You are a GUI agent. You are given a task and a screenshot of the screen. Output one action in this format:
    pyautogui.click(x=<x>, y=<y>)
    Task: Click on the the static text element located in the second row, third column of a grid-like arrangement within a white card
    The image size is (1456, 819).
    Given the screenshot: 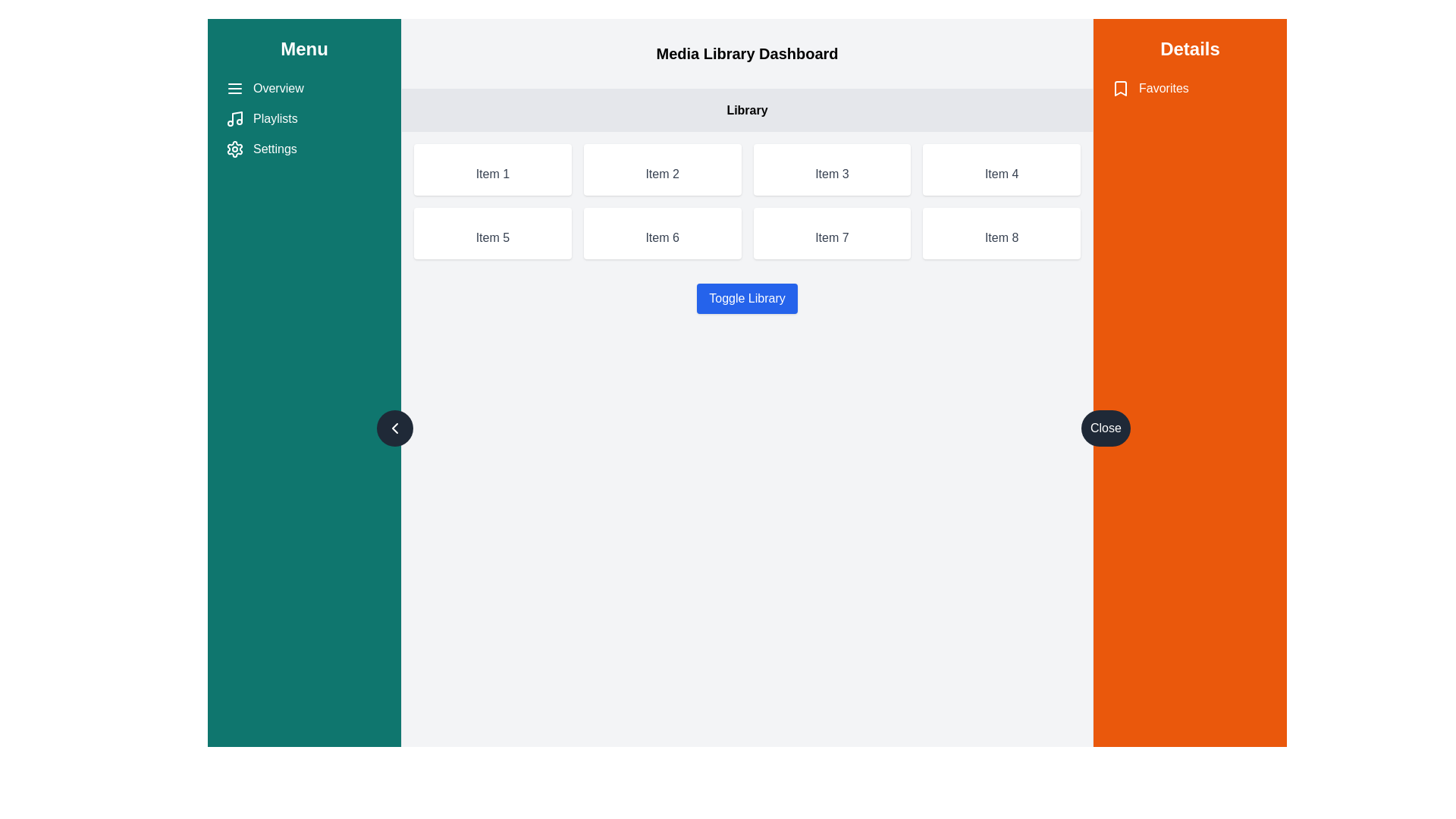 What is the action you would take?
    pyautogui.click(x=831, y=237)
    